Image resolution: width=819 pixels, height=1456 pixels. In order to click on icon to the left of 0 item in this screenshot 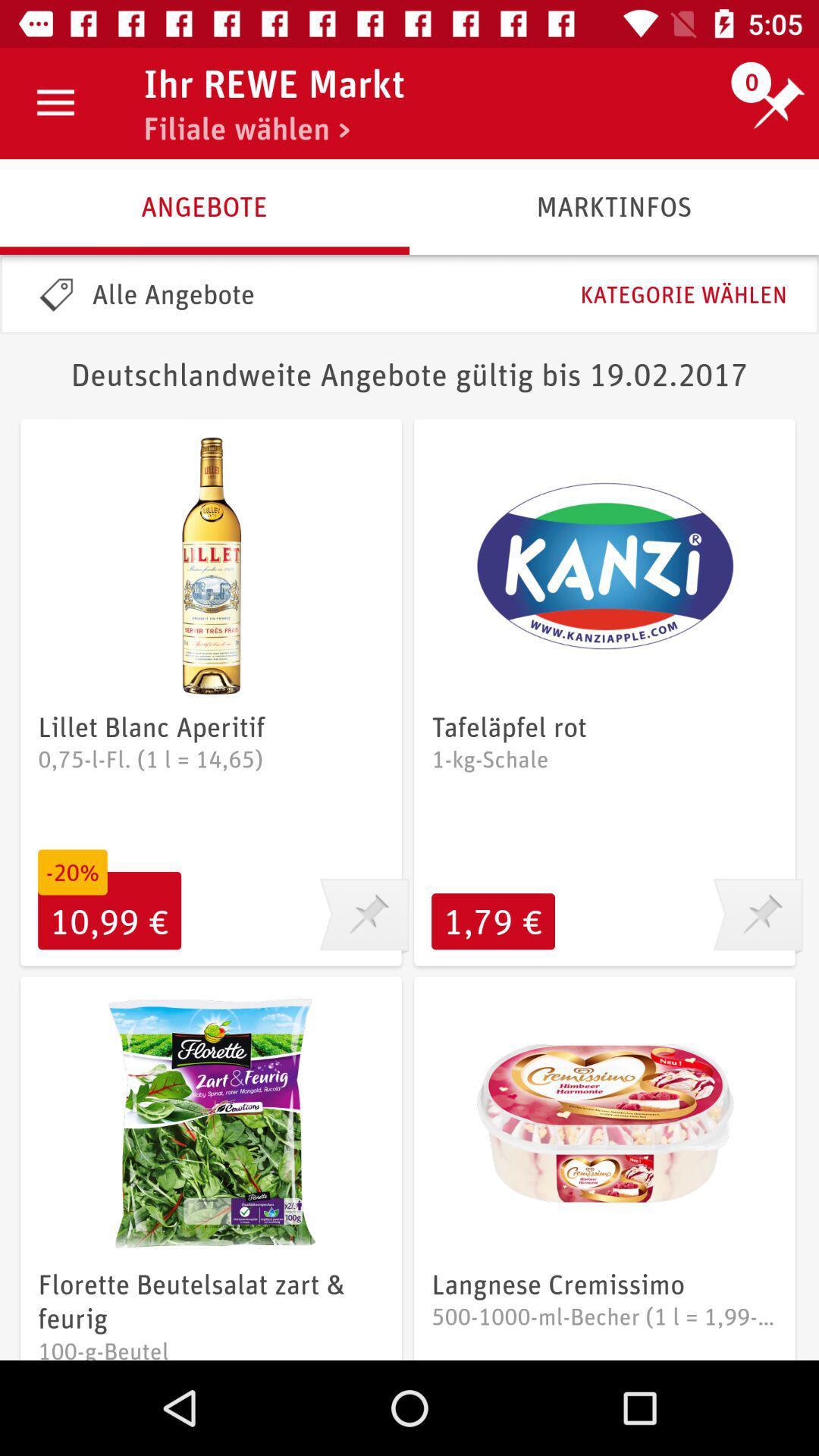, I will do `click(274, 83)`.